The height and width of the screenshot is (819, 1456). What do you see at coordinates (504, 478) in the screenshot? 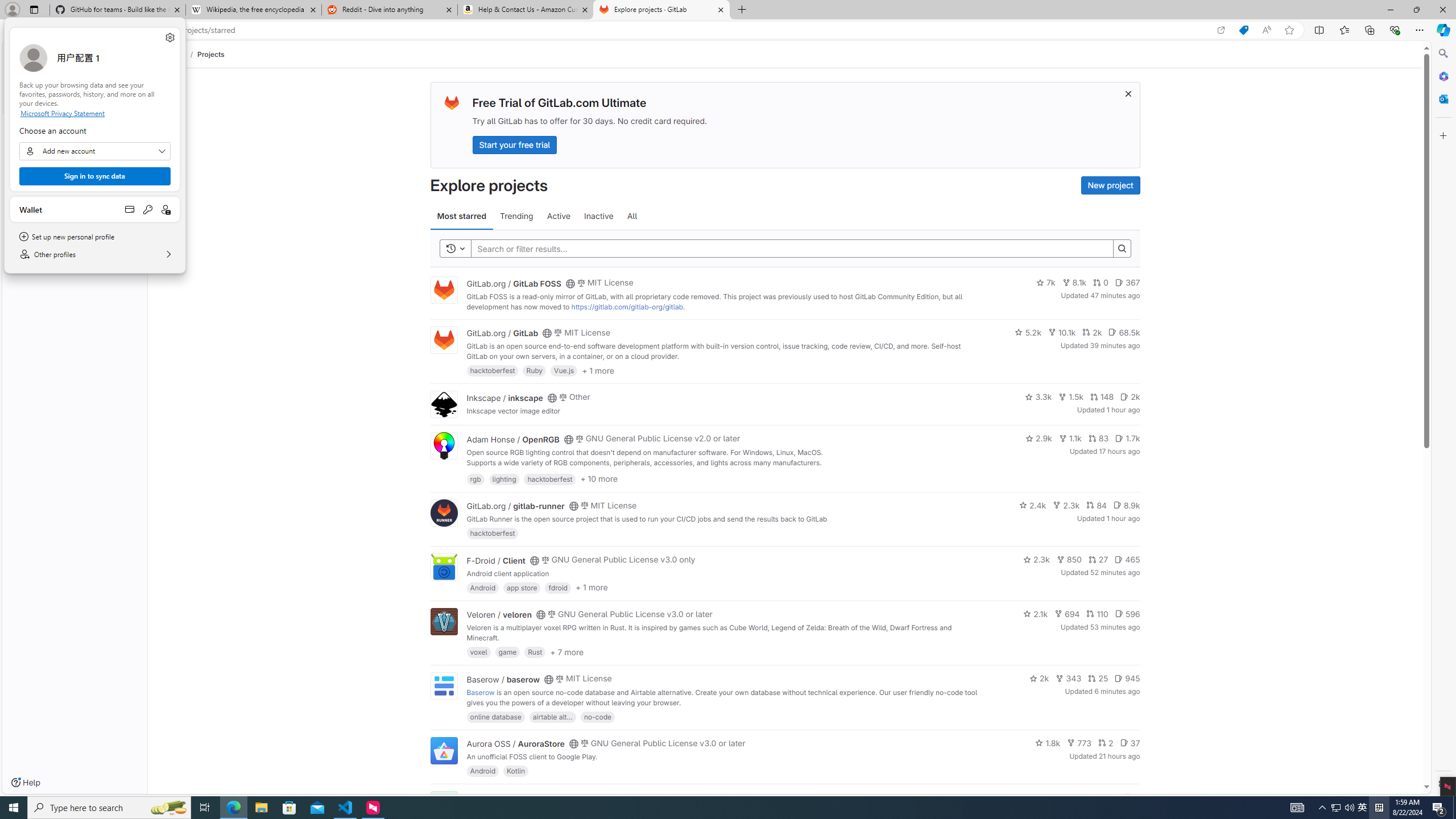
I see `'lighting'` at bounding box center [504, 478].